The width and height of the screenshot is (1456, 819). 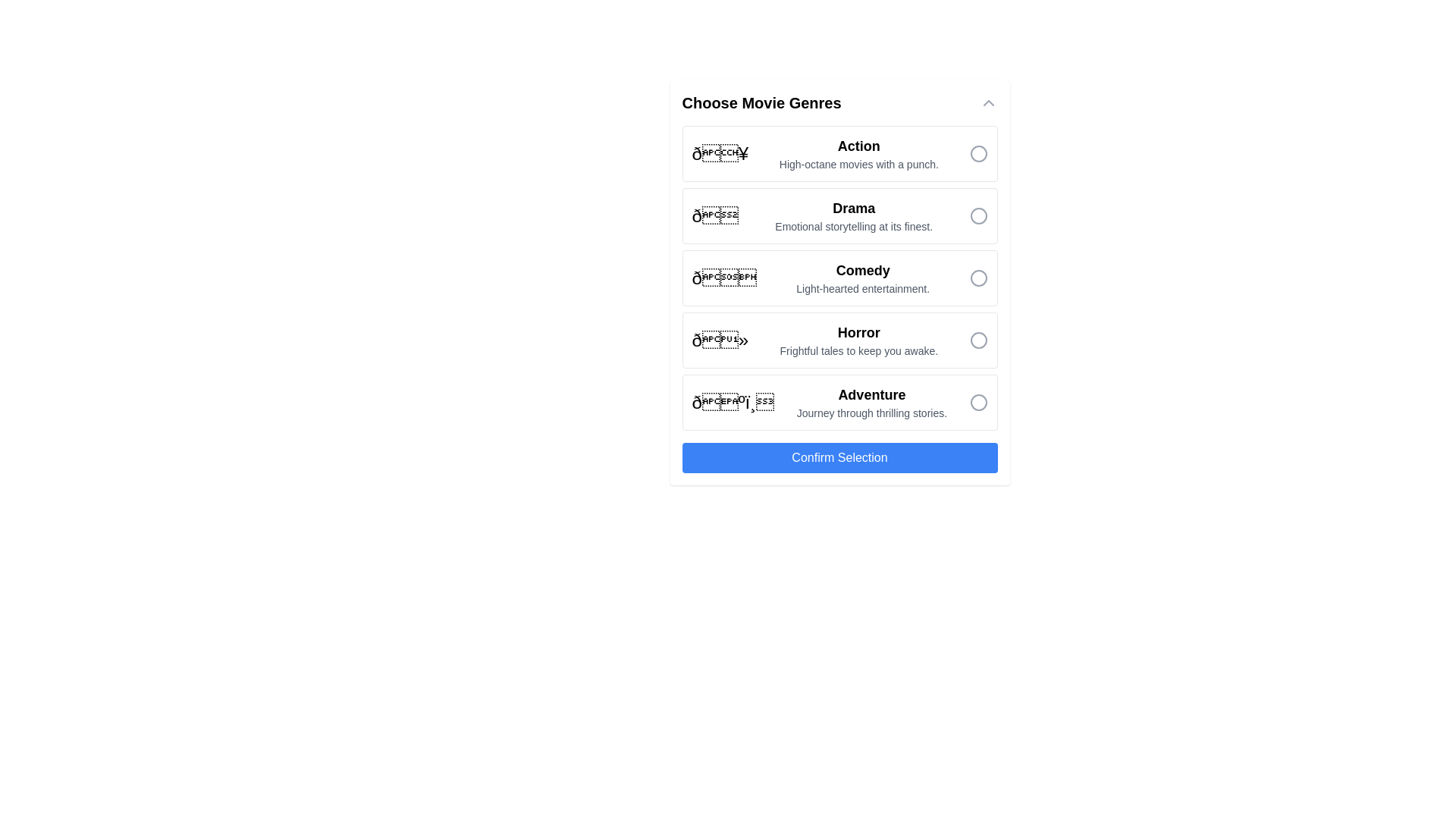 What do you see at coordinates (978, 339) in the screenshot?
I see `the checkbox for the 'Horror' movie genre option located to the rightmost side of the row adjacent to the text 'Frightful tales to keep you awake.'` at bounding box center [978, 339].